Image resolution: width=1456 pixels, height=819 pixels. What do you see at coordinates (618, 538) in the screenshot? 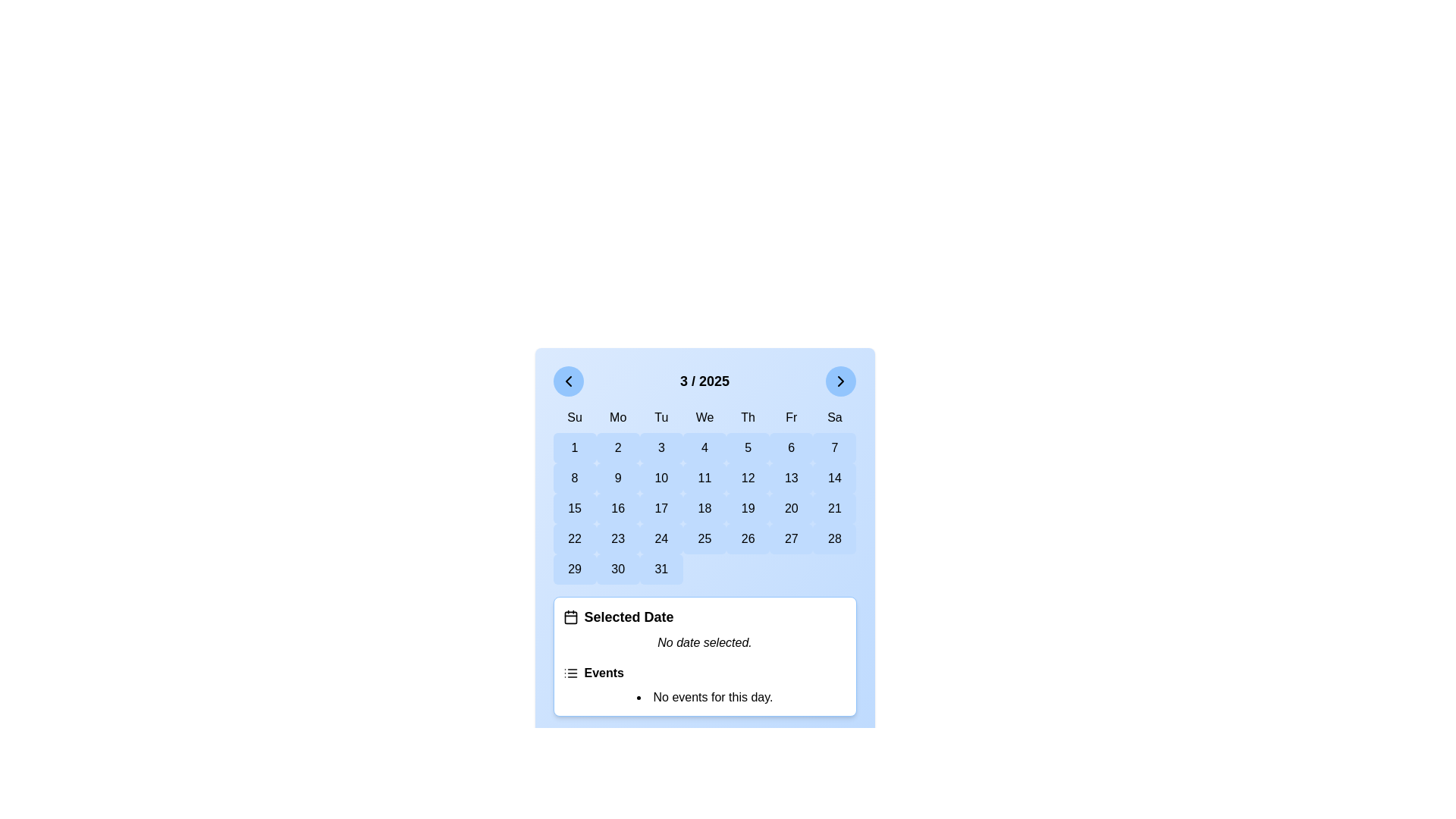
I see `the calendar day button displaying the number '23' with a light blue background` at bounding box center [618, 538].